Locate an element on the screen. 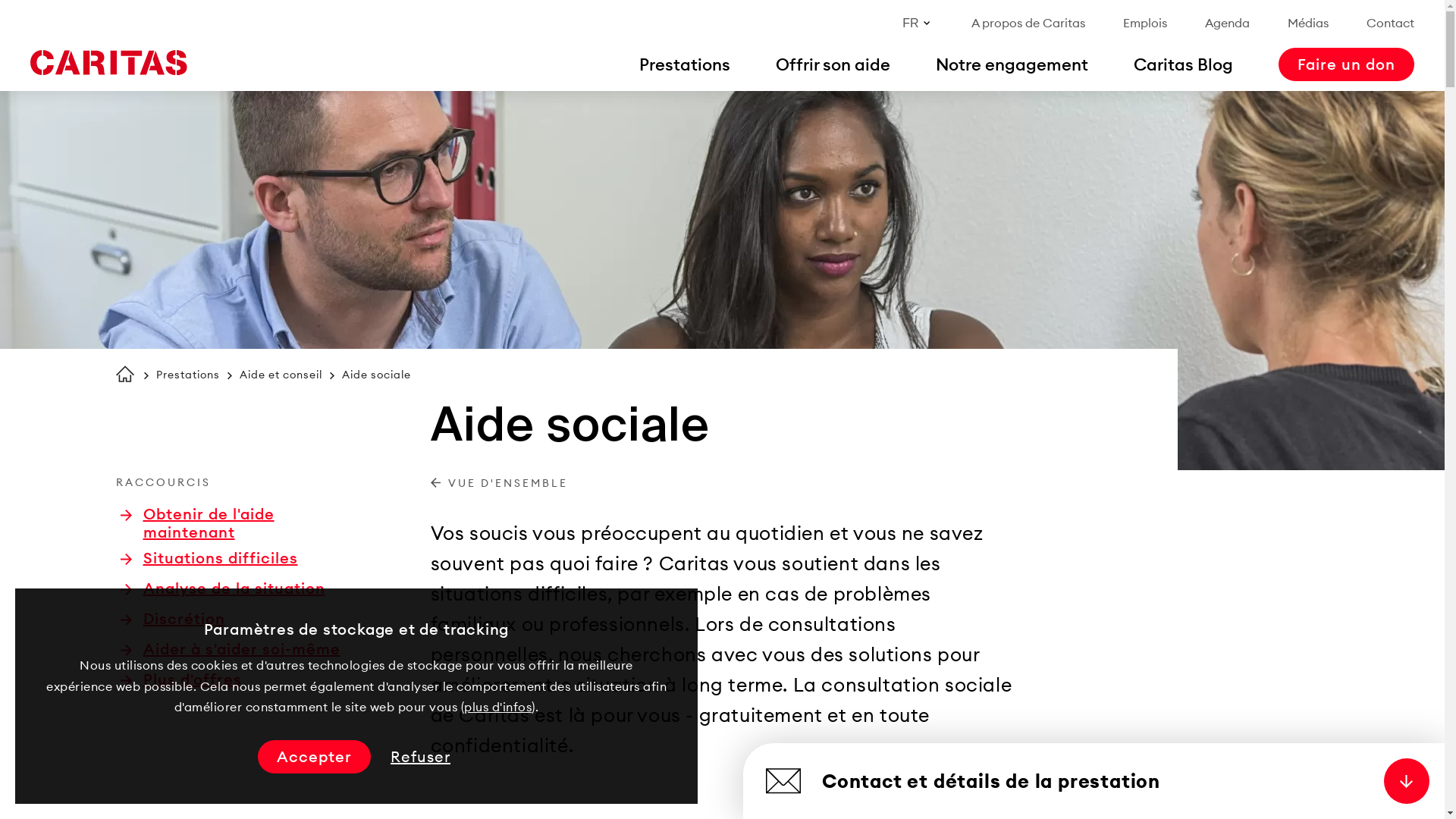 Image resolution: width=1456 pixels, height=819 pixels. 'VUE D'ENSEMBLE' is located at coordinates (499, 483).